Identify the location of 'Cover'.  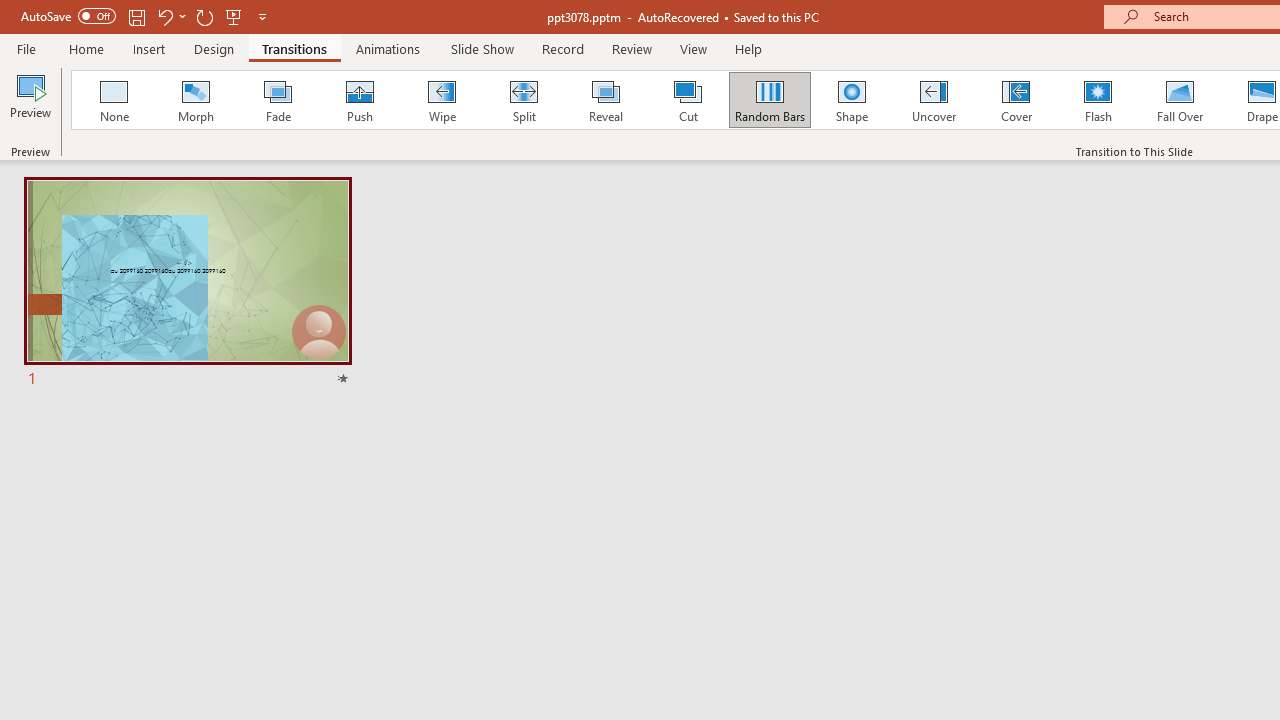
(1016, 100).